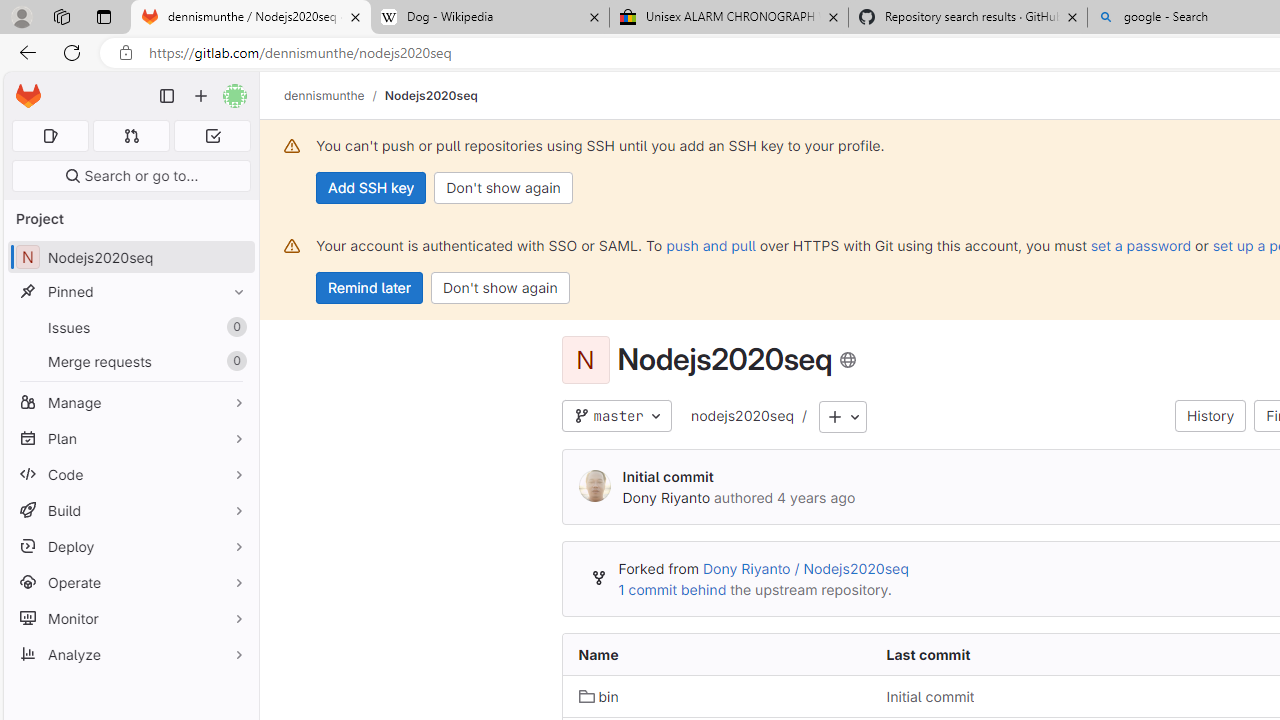 The image size is (1280, 720). Describe the element at coordinates (125, 52) in the screenshot. I see `'View site information'` at that location.